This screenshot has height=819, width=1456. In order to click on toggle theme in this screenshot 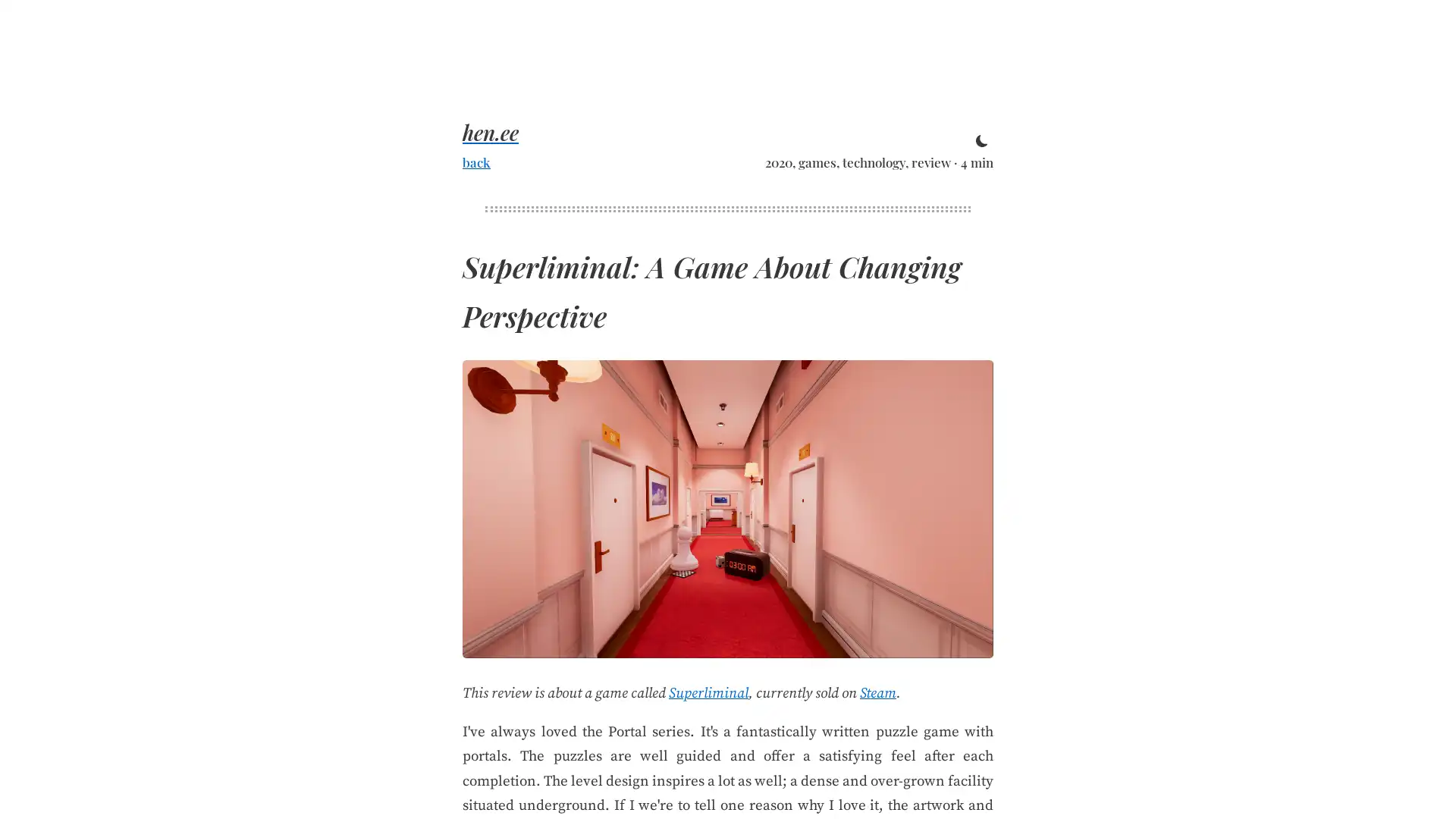, I will do `click(982, 141)`.